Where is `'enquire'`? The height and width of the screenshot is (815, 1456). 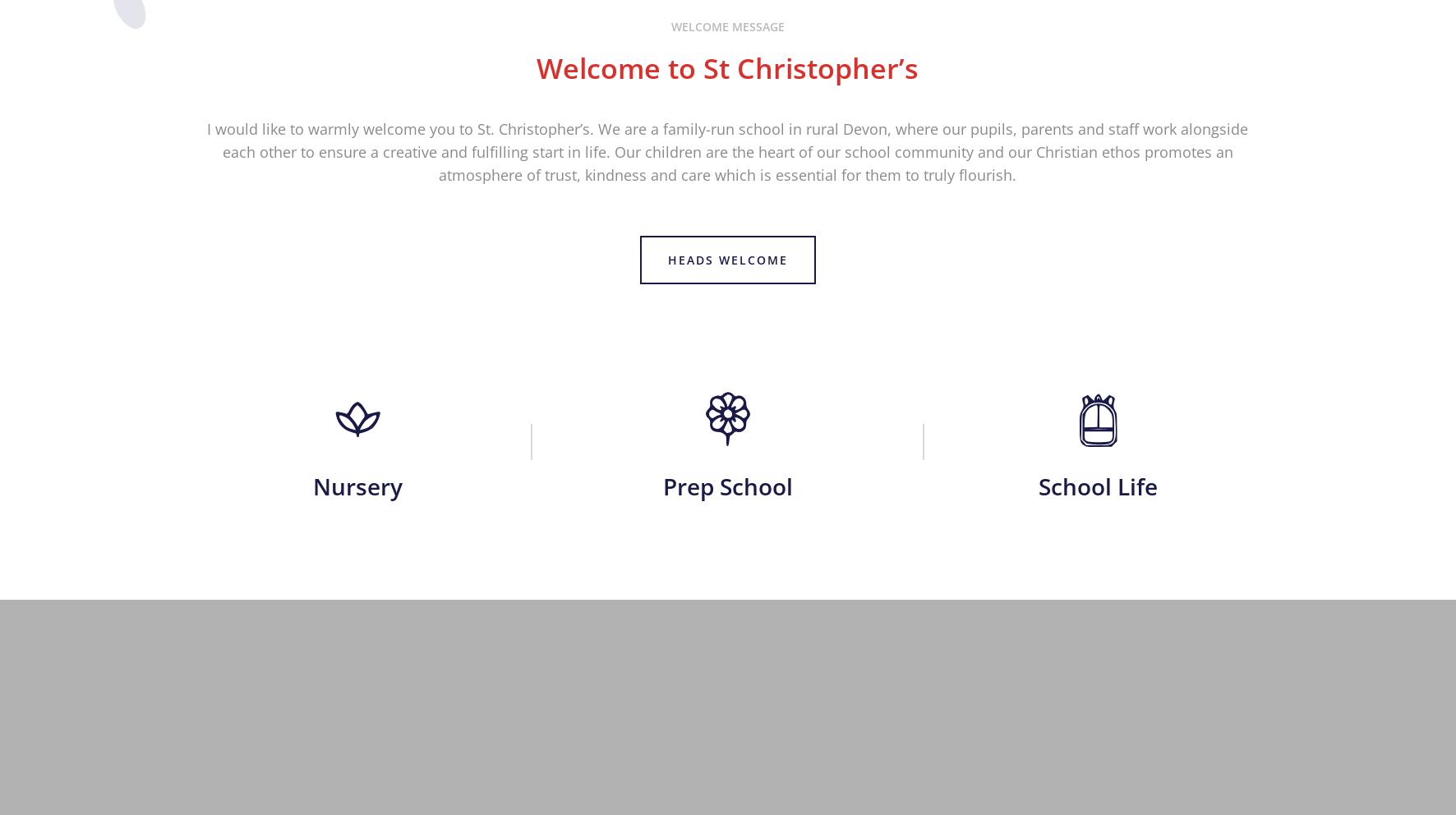
'enquire' is located at coordinates (727, 333).